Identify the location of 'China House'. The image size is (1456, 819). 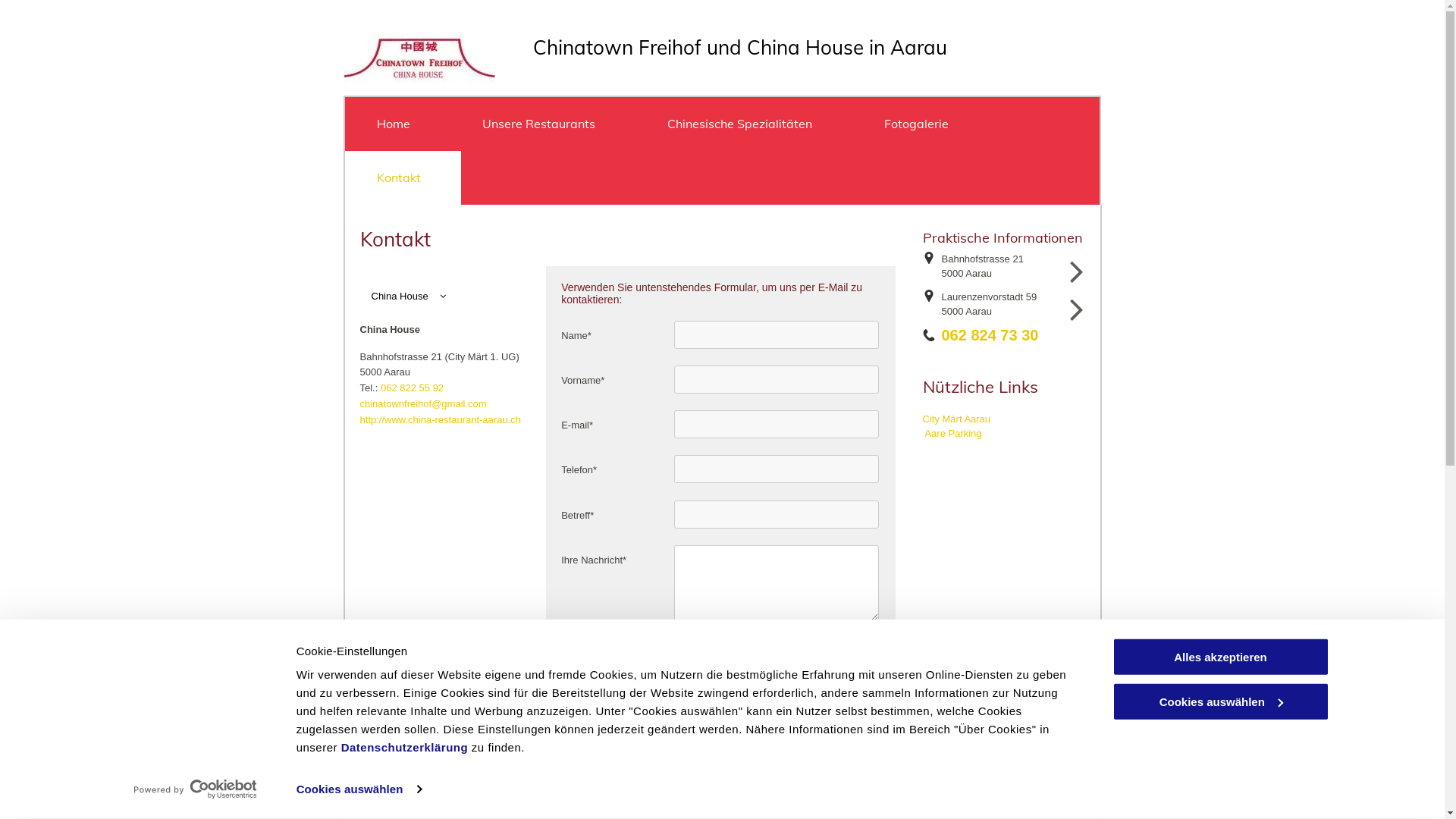
(443, 296).